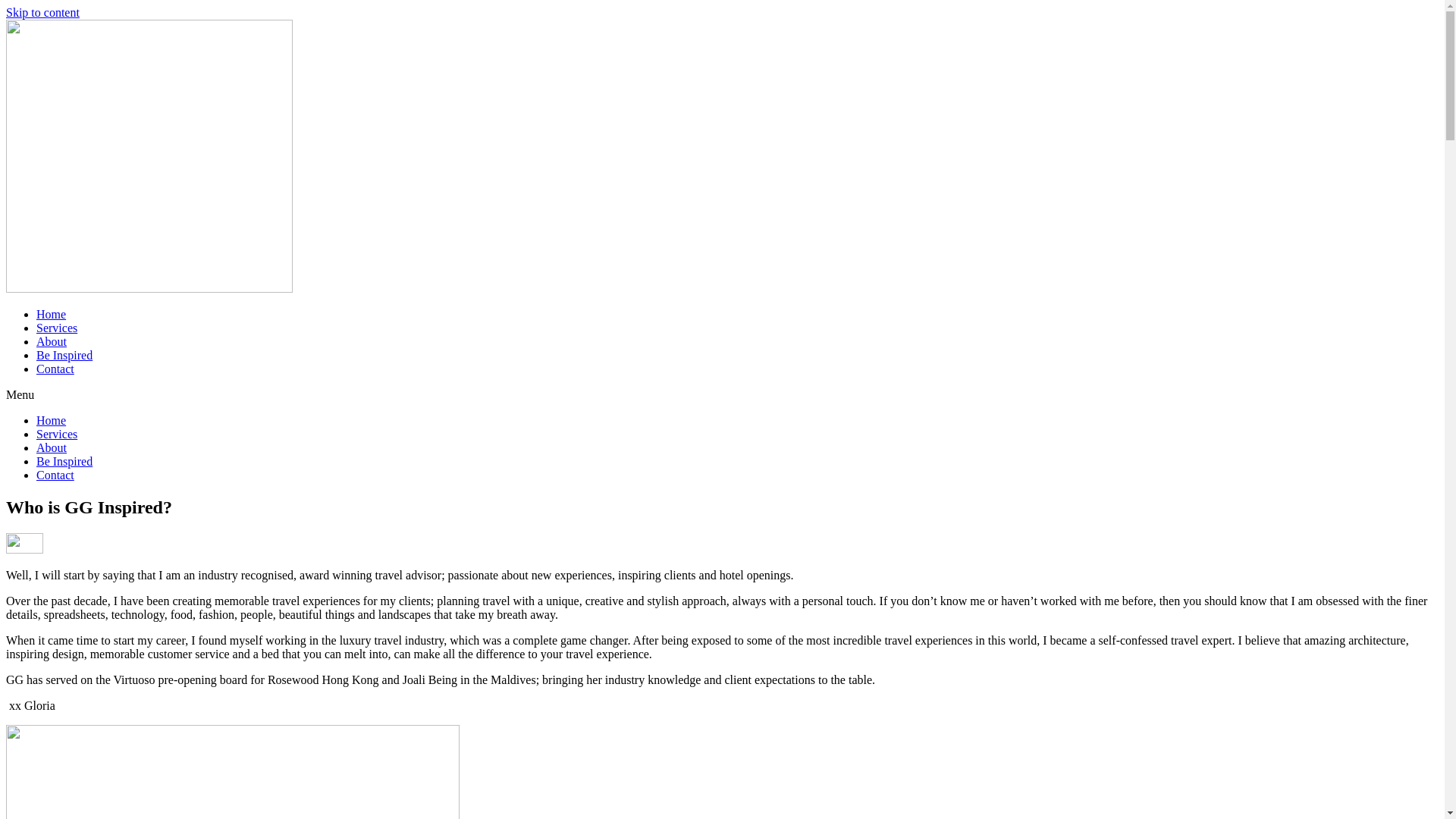  I want to click on 'Be Inspired', so click(64, 460).